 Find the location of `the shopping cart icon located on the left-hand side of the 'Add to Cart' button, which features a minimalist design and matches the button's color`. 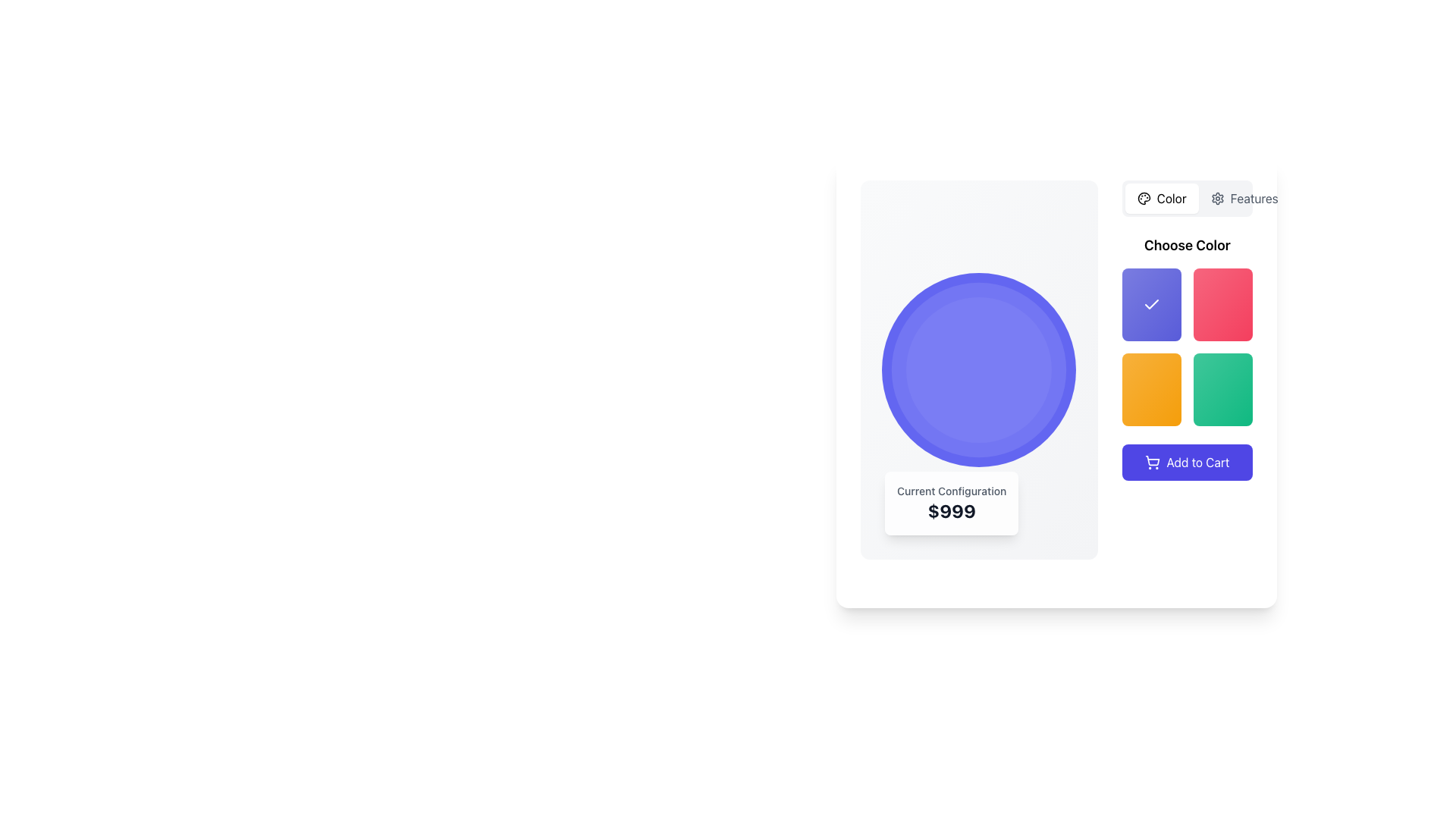

the shopping cart icon located on the left-hand side of the 'Add to Cart' button, which features a minimalist design and matches the button's color is located at coordinates (1153, 461).